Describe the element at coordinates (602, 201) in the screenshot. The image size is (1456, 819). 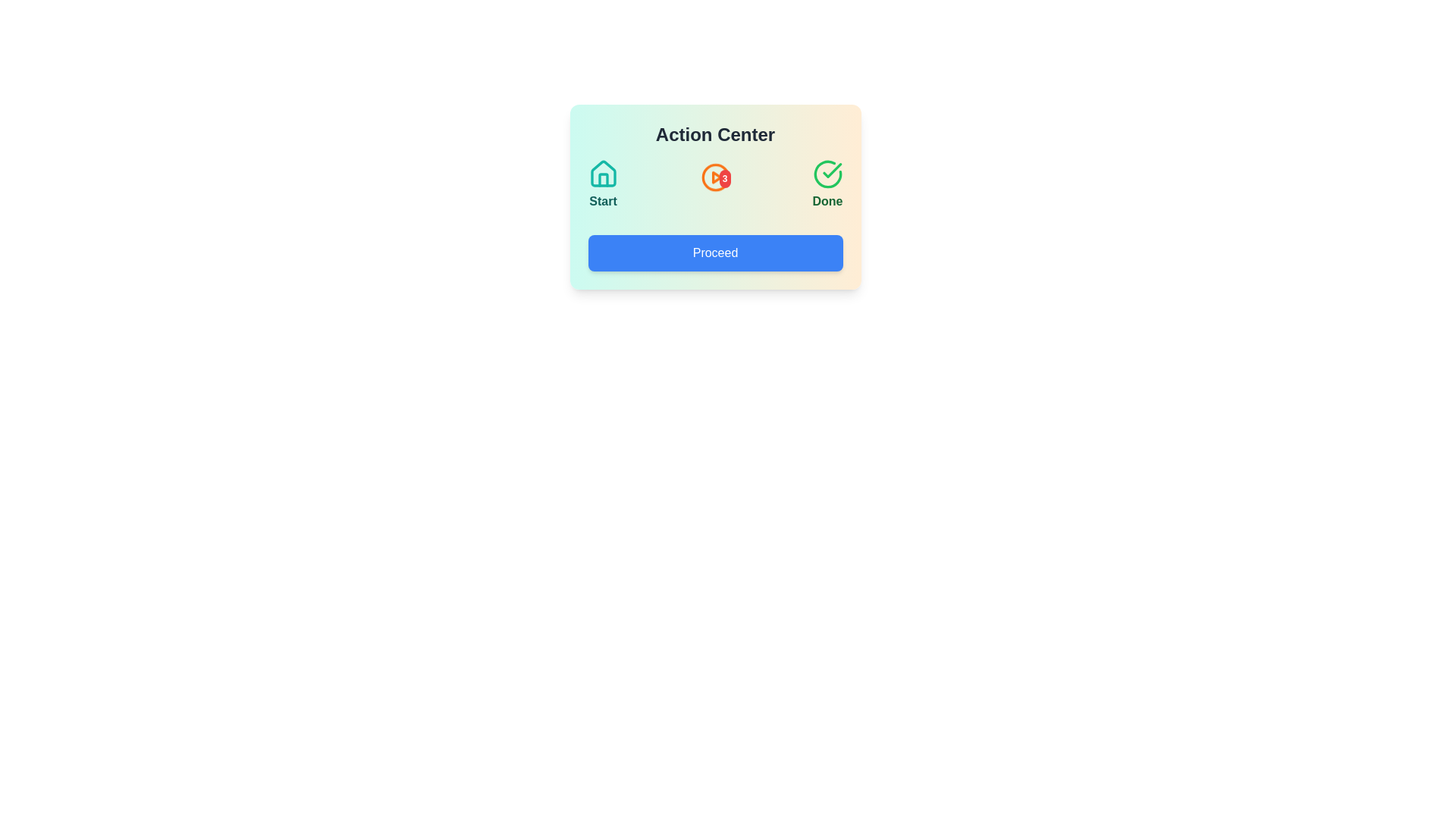
I see `the 'Start' text label which is styled in teal color and bold font, located within the 'Action Center' card beneath the house-shaped icon` at that location.